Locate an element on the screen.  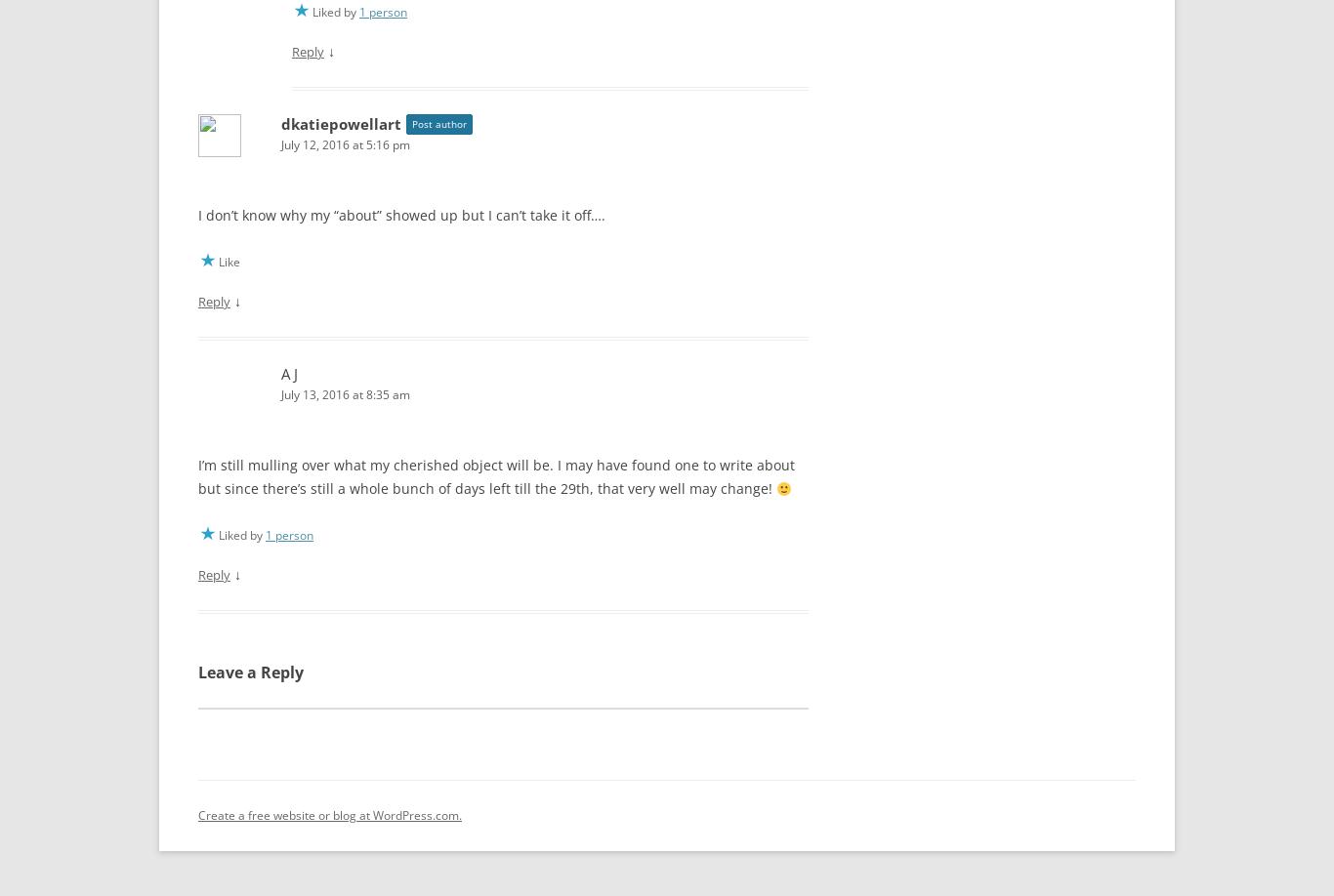
'July 12, 2016 at 5:16 pm' is located at coordinates (345, 138).